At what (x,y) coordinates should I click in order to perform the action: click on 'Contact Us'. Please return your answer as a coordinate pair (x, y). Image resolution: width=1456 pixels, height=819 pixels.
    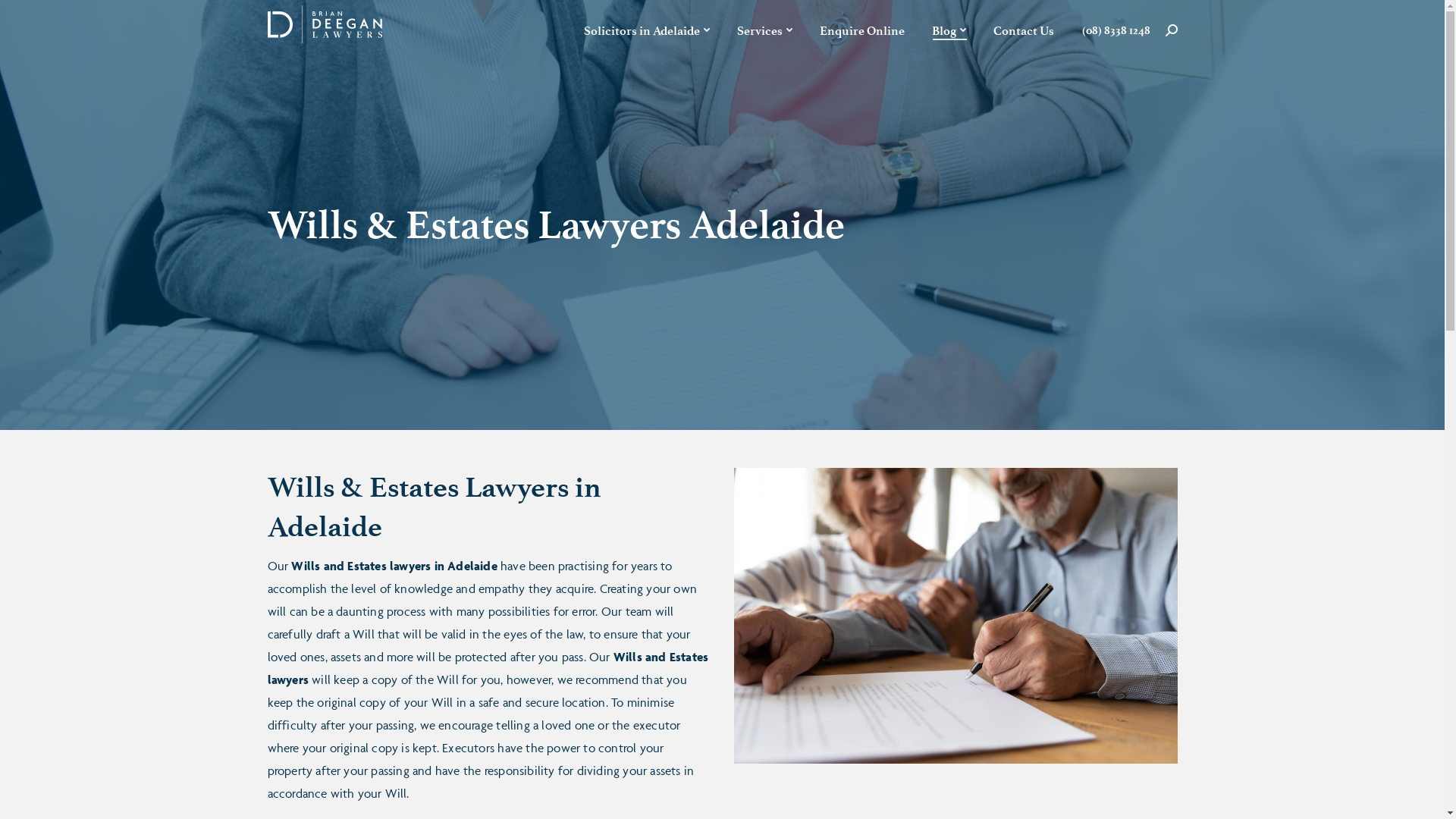
    Looking at the image, I should click on (1023, 30).